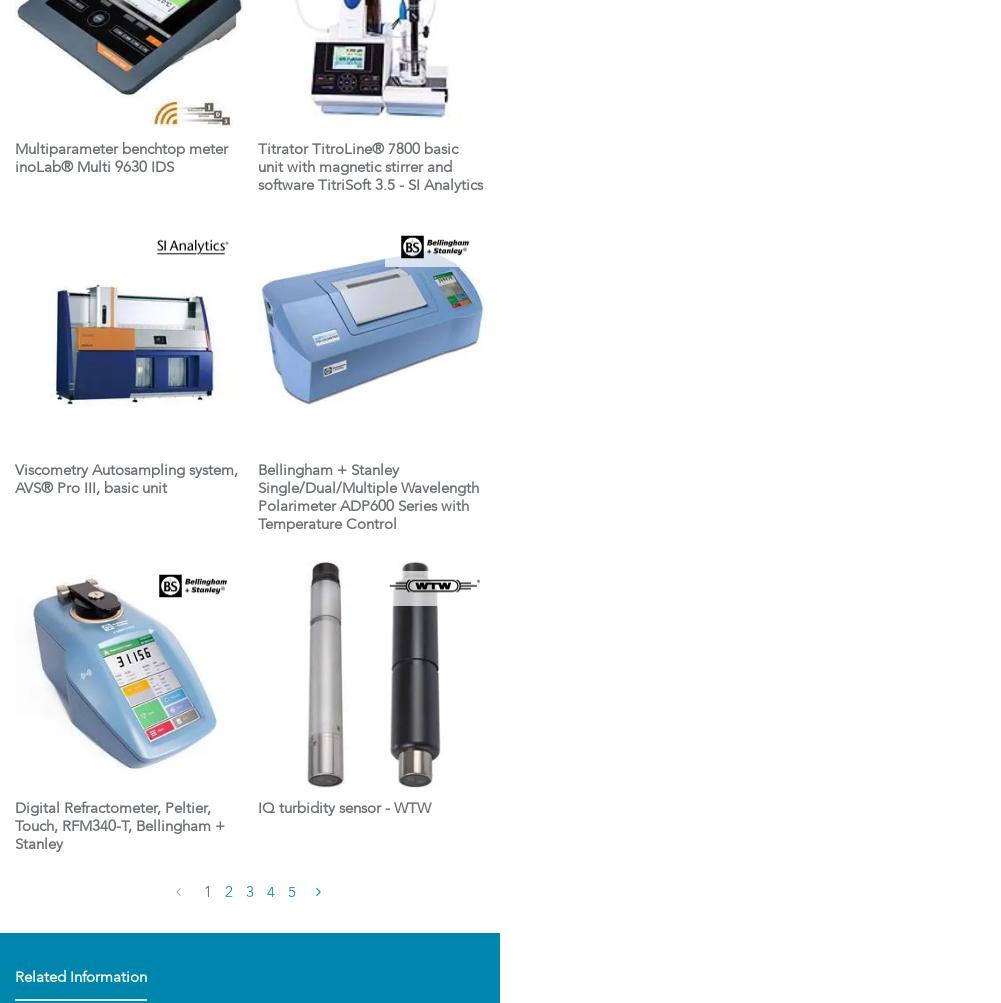 This screenshot has width=1001, height=1003. What do you see at coordinates (368, 167) in the screenshot?
I see `'Titrator TitroLine® 7800 basic unit with magnetic stirrer and software TitriSoft 3.5 - SI Analytics'` at bounding box center [368, 167].